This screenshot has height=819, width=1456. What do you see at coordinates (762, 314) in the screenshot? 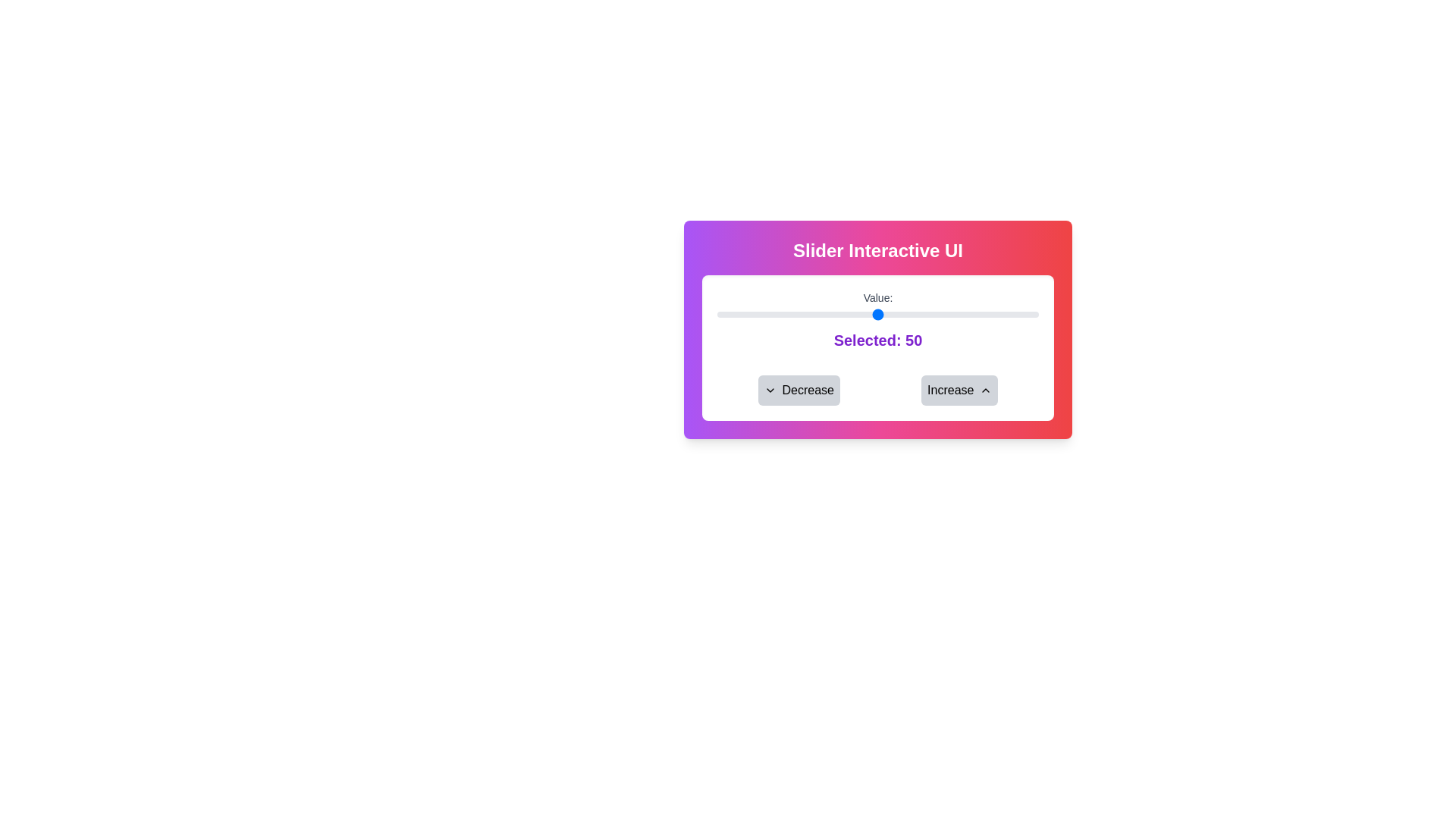
I see `the slider value` at bounding box center [762, 314].